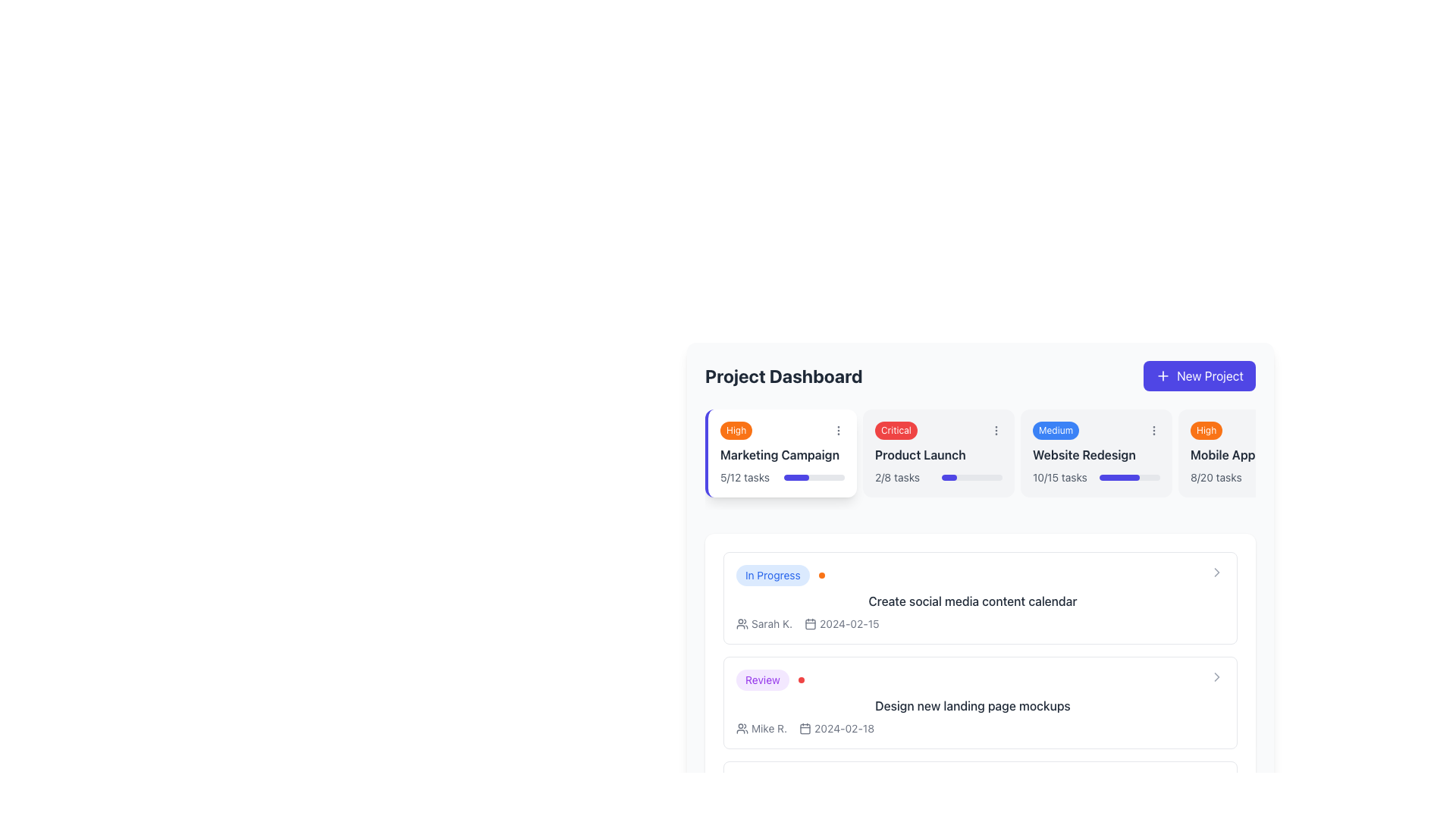 The image size is (1456, 819). What do you see at coordinates (805, 728) in the screenshot?
I see `the small, rounded-rectangle calendar icon that is part of a larger calendar icon, located adjacent to the date text under a user name` at bounding box center [805, 728].